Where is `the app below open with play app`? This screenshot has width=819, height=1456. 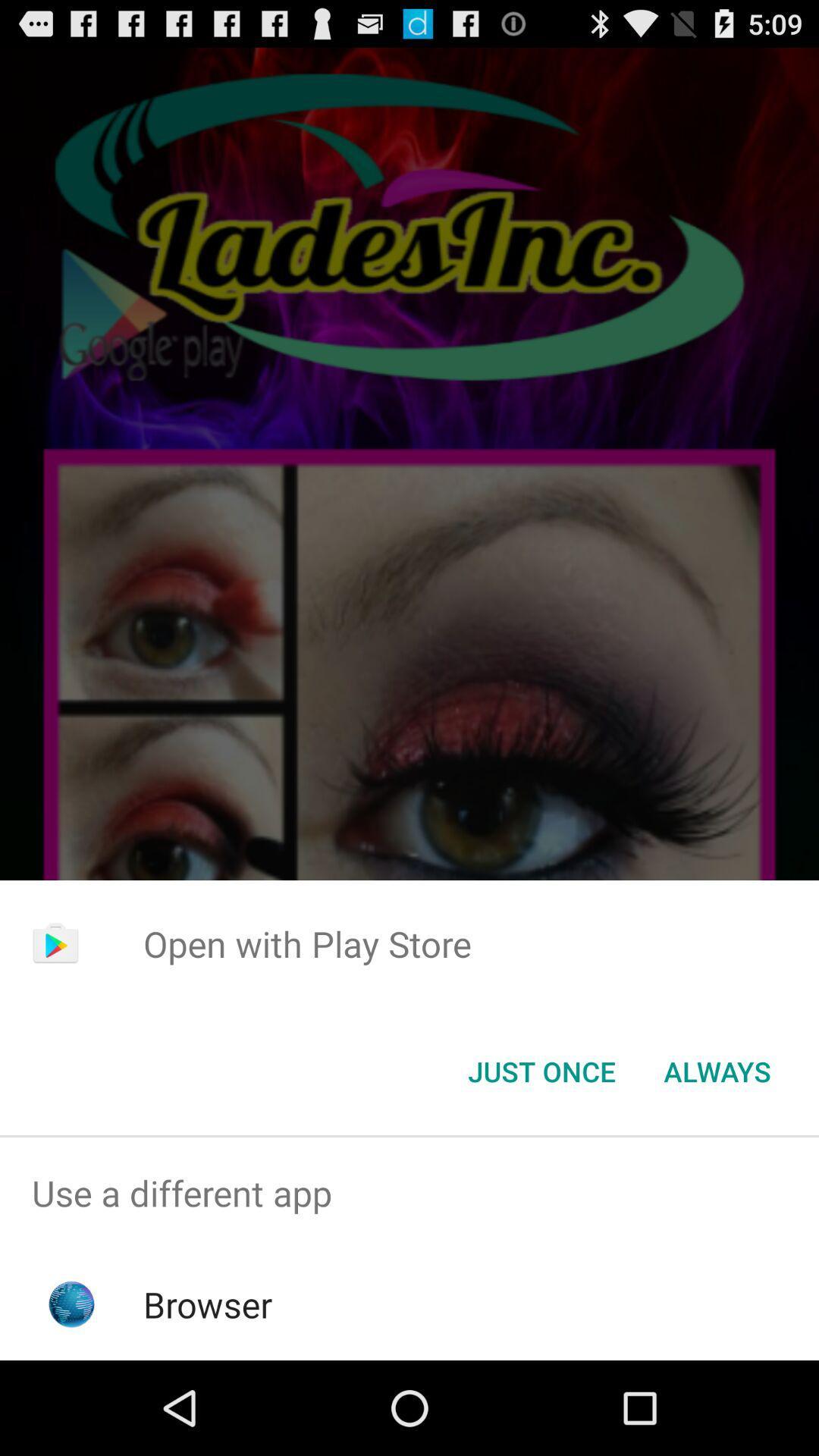 the app below open with play app is located at coordinates (541, 1070).